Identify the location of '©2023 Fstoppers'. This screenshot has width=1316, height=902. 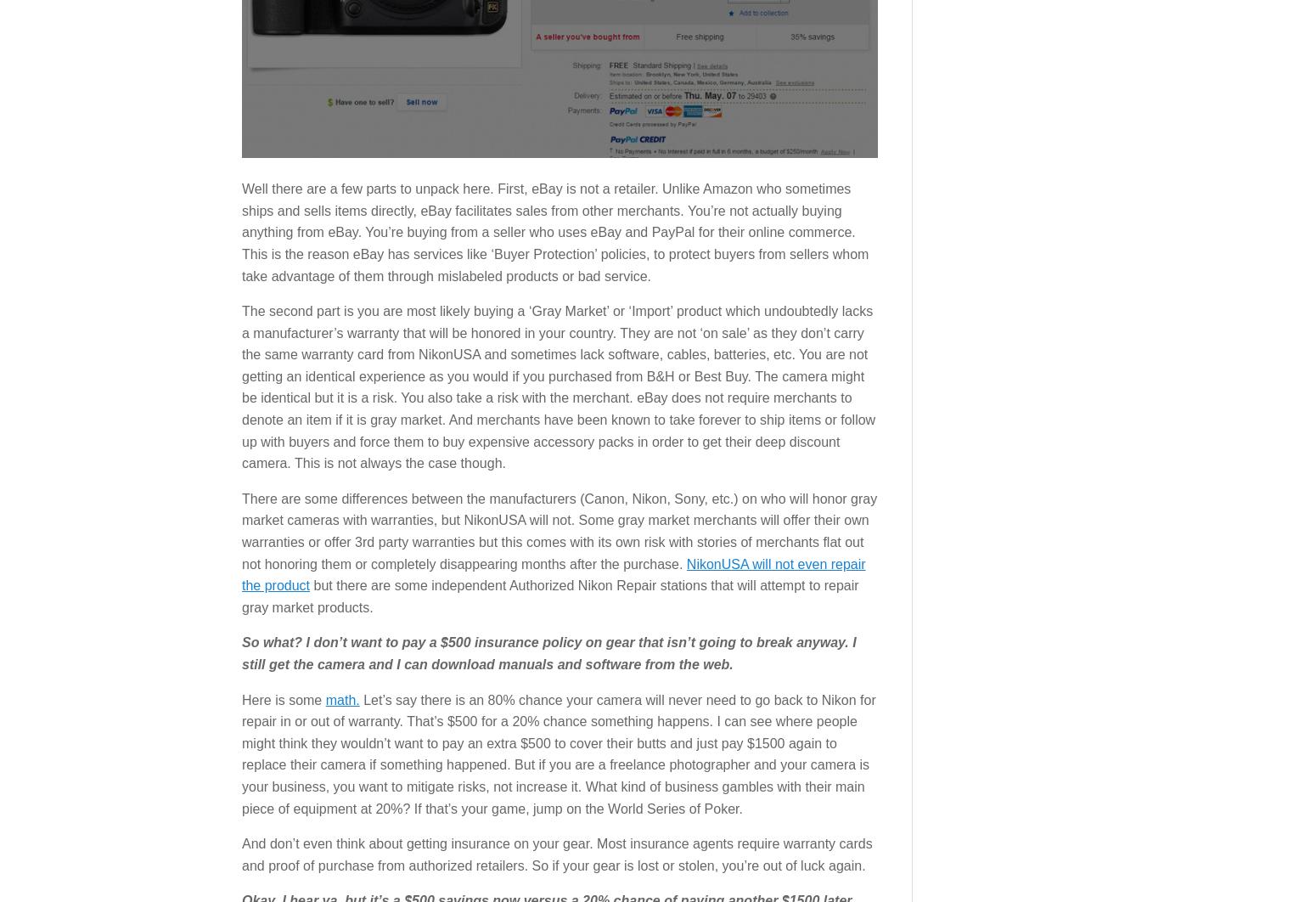
(959, 499).